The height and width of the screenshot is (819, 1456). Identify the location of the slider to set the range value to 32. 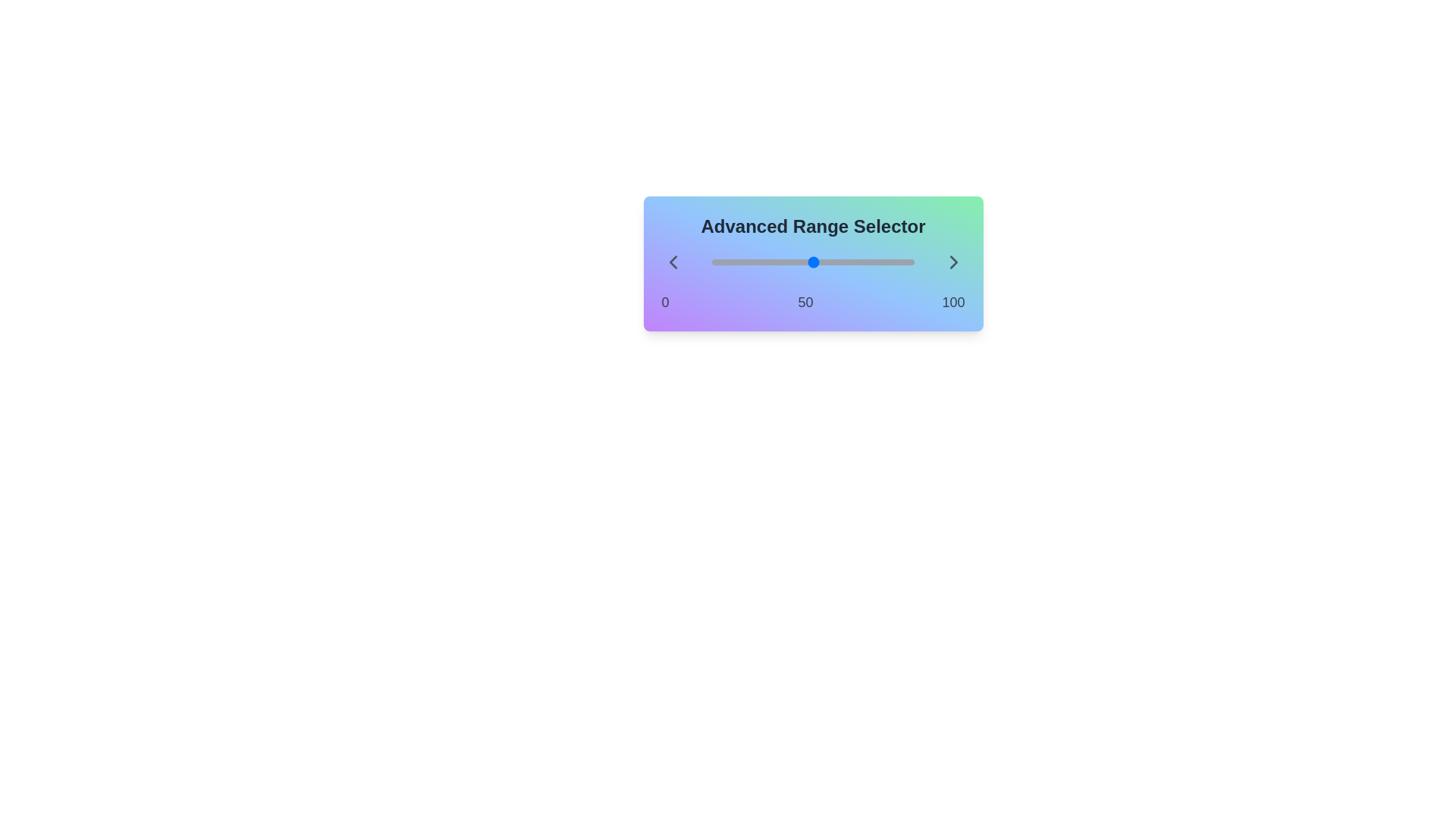
(711, 262).